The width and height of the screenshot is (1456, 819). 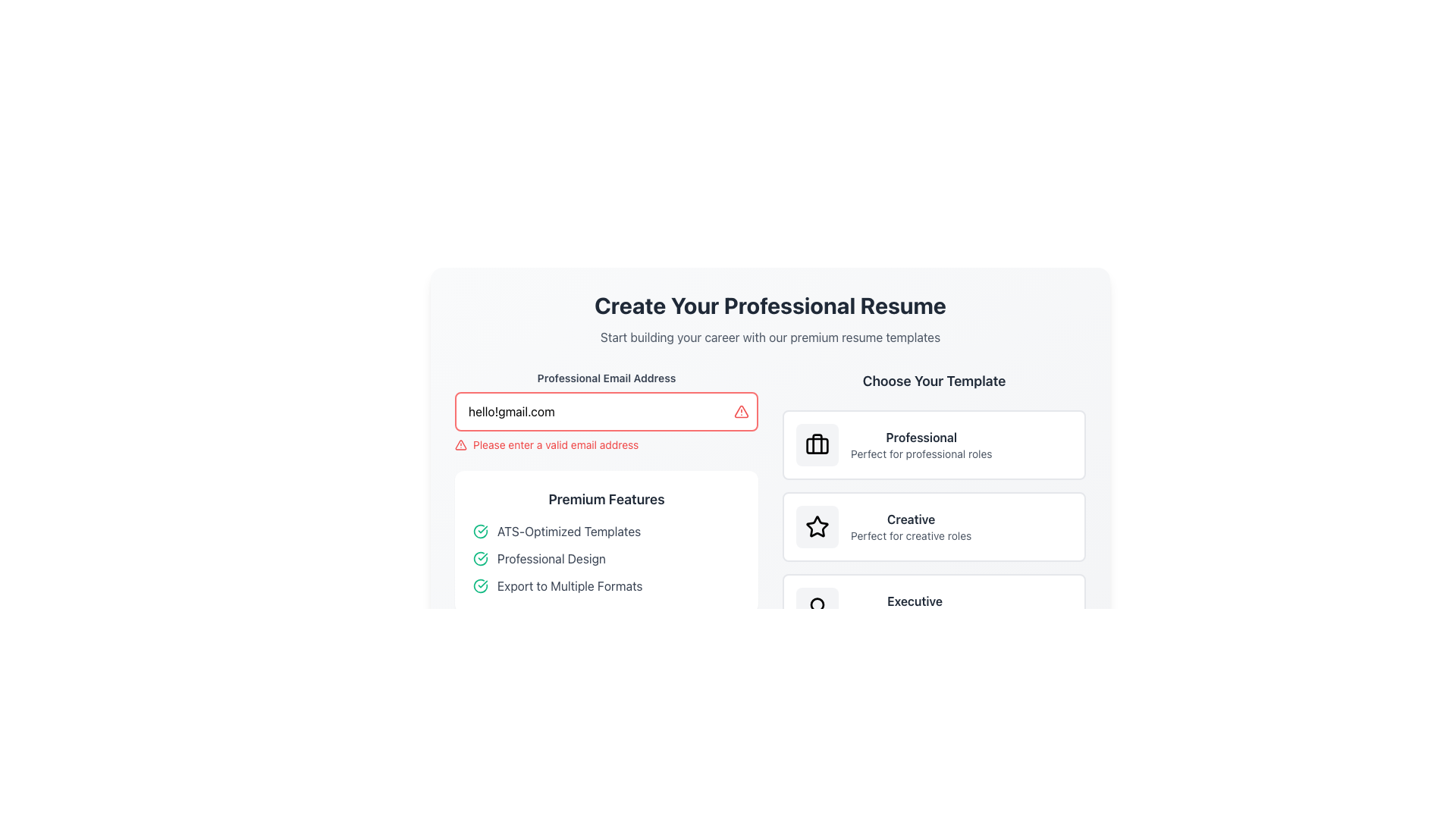 I want to click on the star-shaped icon with a hollow center and black outline located within the 'Creative' template selection card in the 'Choose Your Template' section, so click(x=817, y=526).